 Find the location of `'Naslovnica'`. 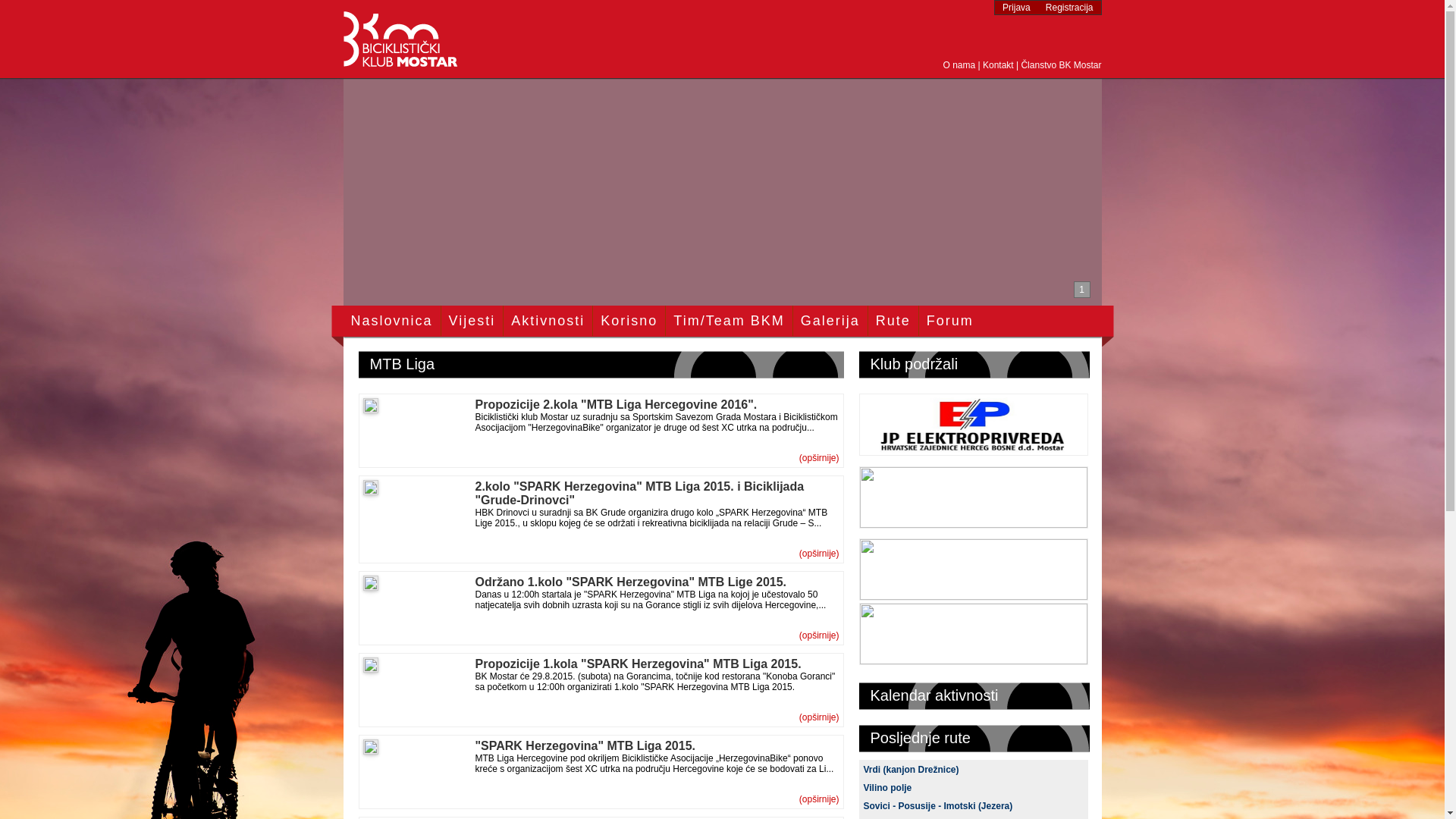

'Naslovnica' is located at coordinates (391, 320).